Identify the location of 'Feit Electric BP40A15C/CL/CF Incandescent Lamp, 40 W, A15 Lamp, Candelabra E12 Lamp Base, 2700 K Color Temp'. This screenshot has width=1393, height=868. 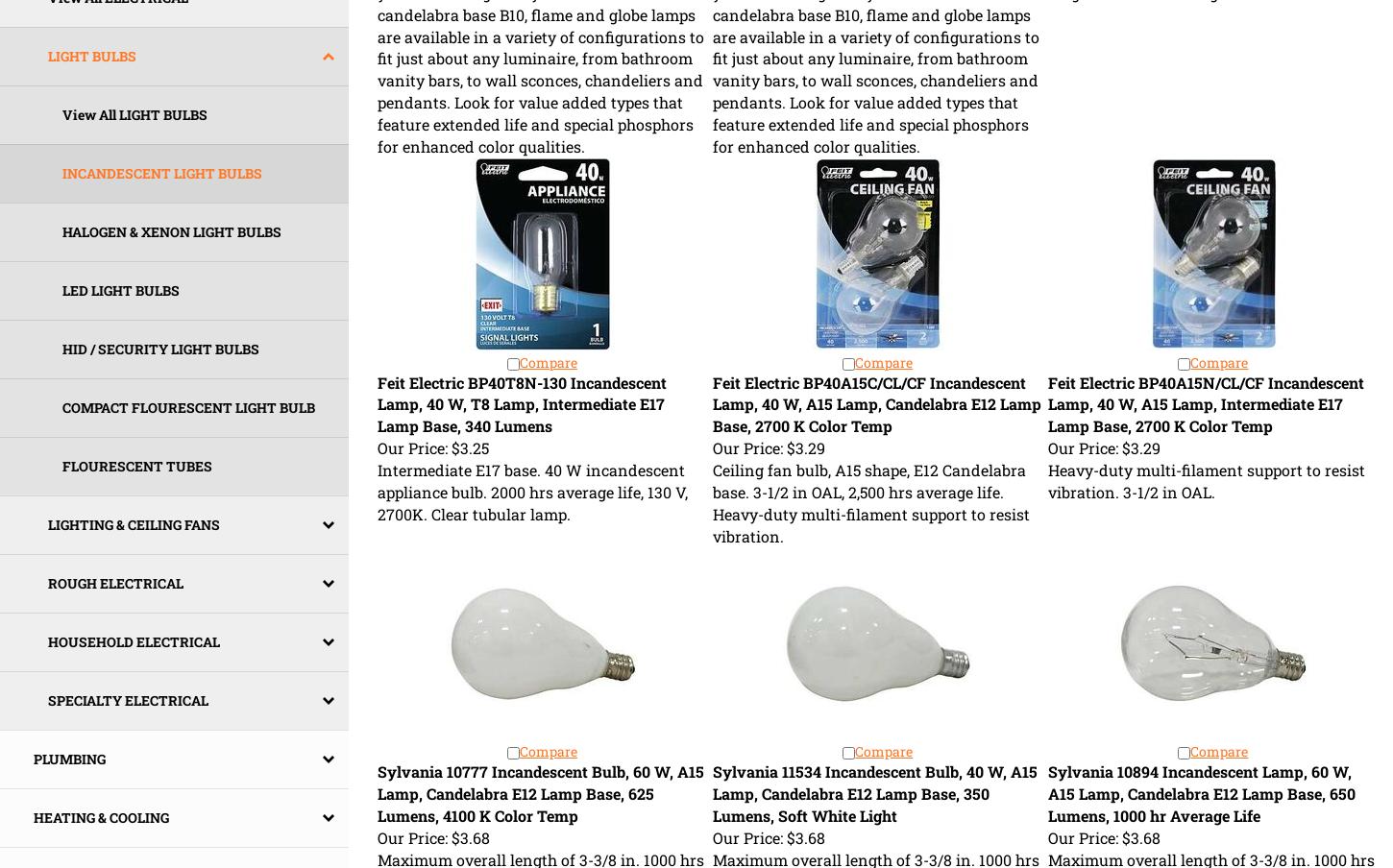
(875, 403).